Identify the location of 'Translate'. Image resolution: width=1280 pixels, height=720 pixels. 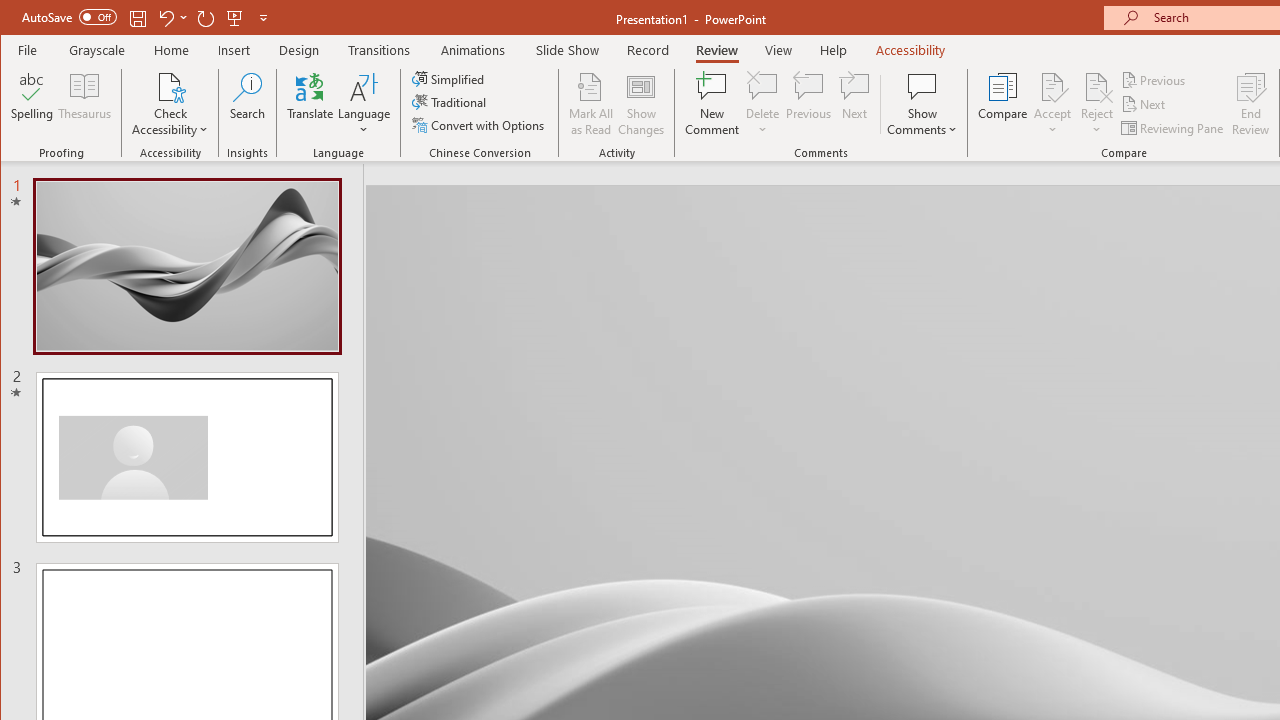
(309, 104).